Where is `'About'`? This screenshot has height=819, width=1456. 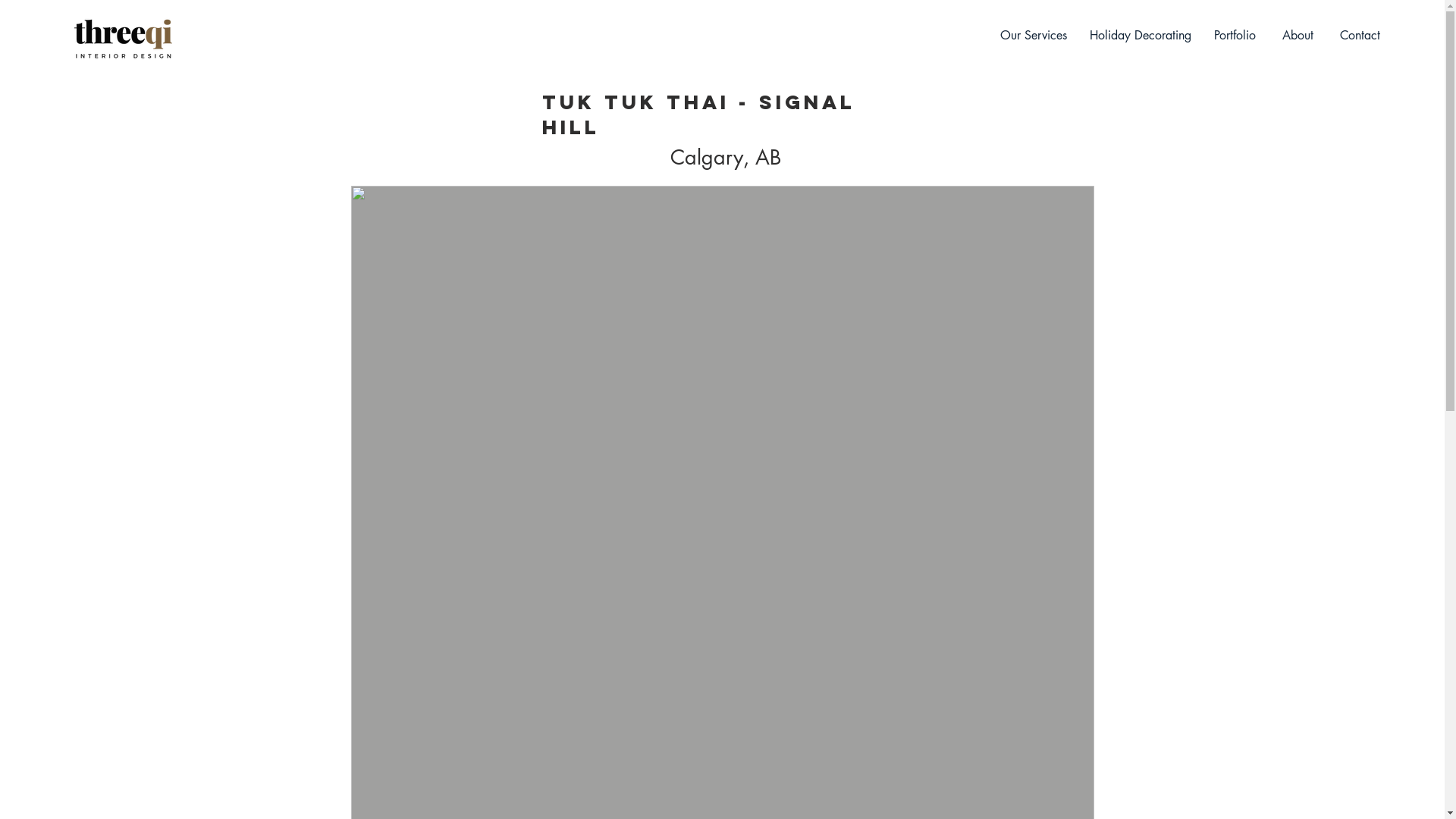 'About' is located at coordinates (1297, 34).